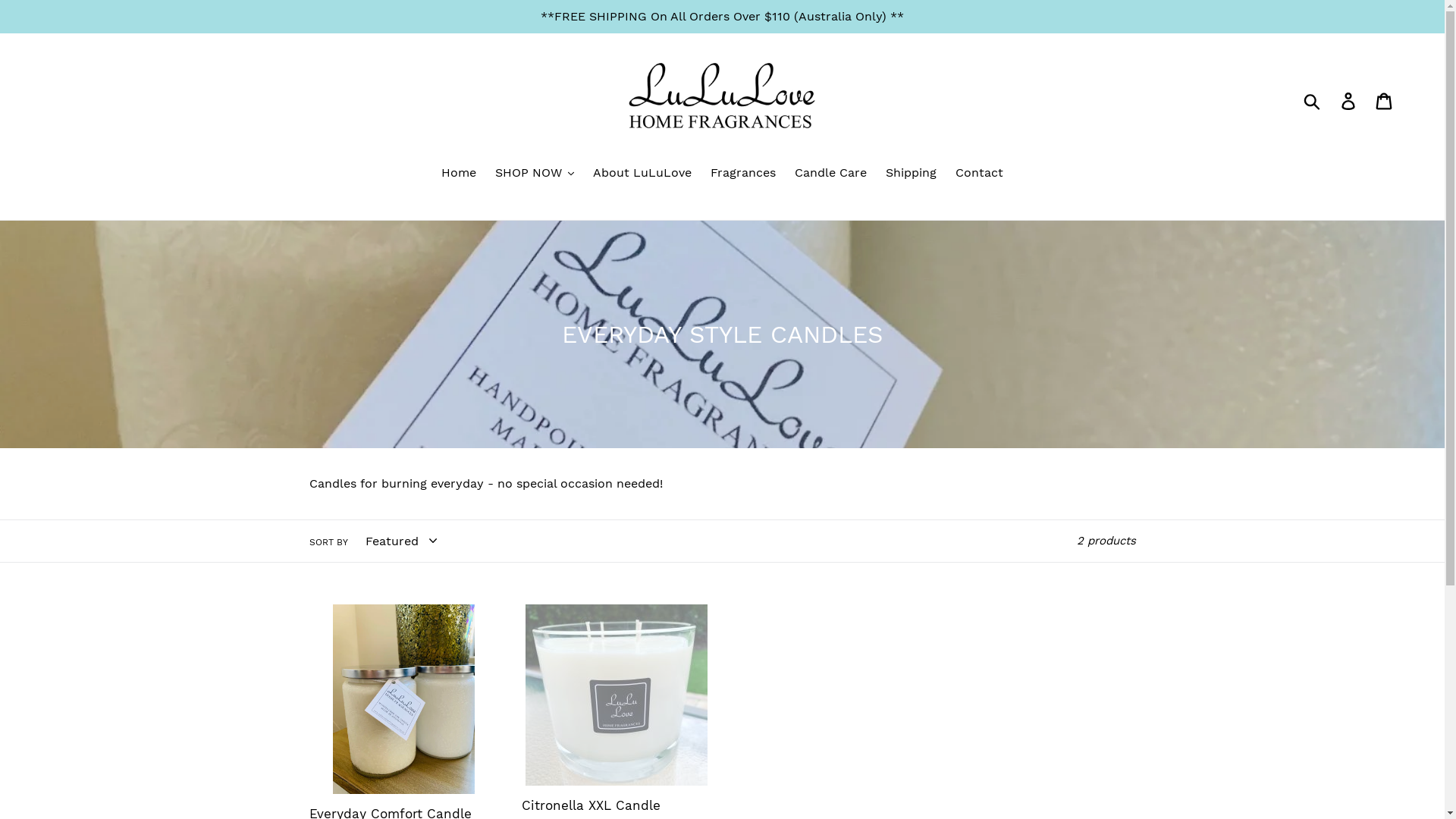  Describe the element at coordinates (457, 173) in the screenshot. I see `'Home'` at that location.